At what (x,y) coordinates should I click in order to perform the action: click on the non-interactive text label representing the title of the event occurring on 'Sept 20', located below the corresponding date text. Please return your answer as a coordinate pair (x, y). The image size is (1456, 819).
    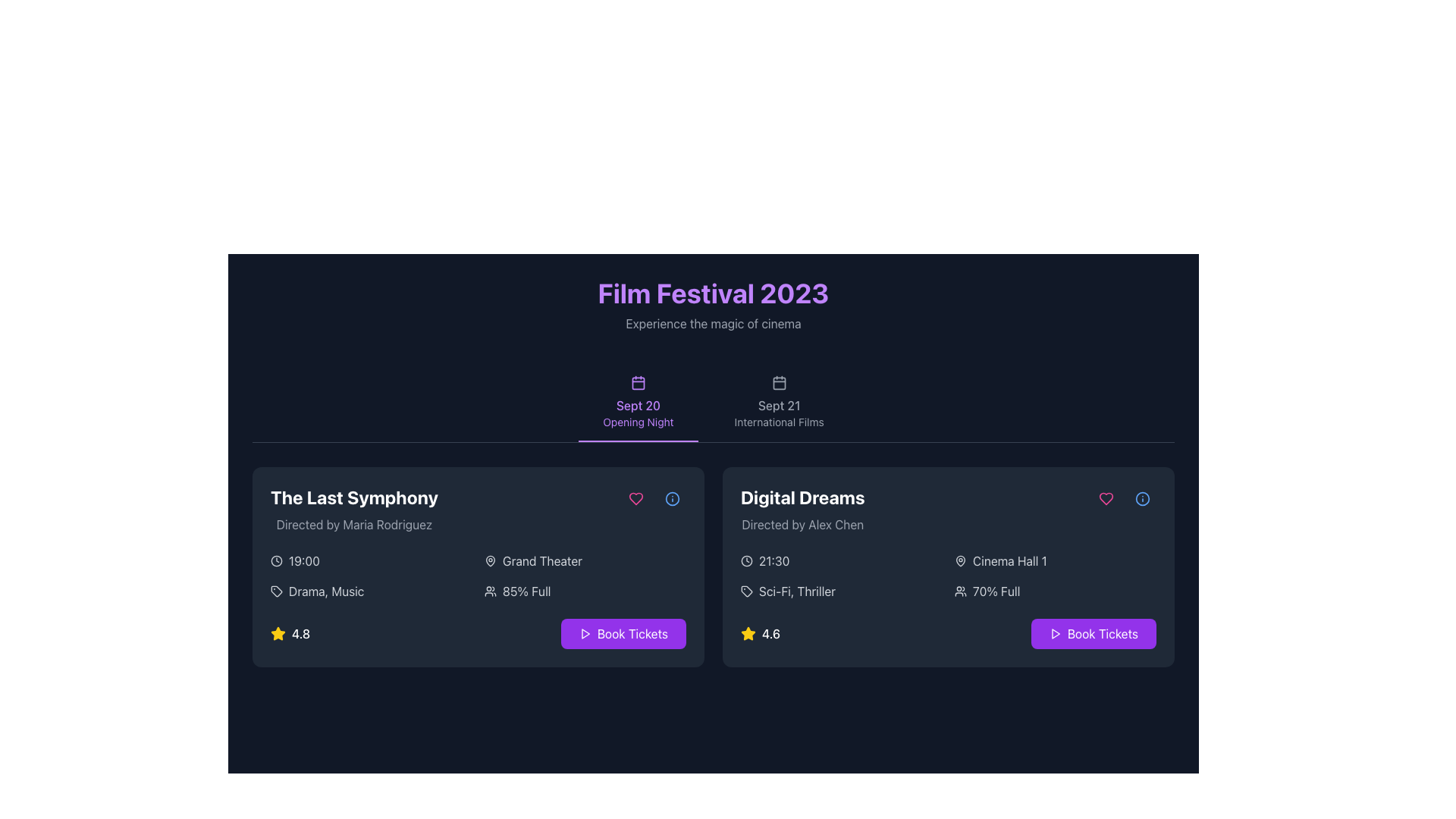
    Looking at the image, I should click on (638, 422).